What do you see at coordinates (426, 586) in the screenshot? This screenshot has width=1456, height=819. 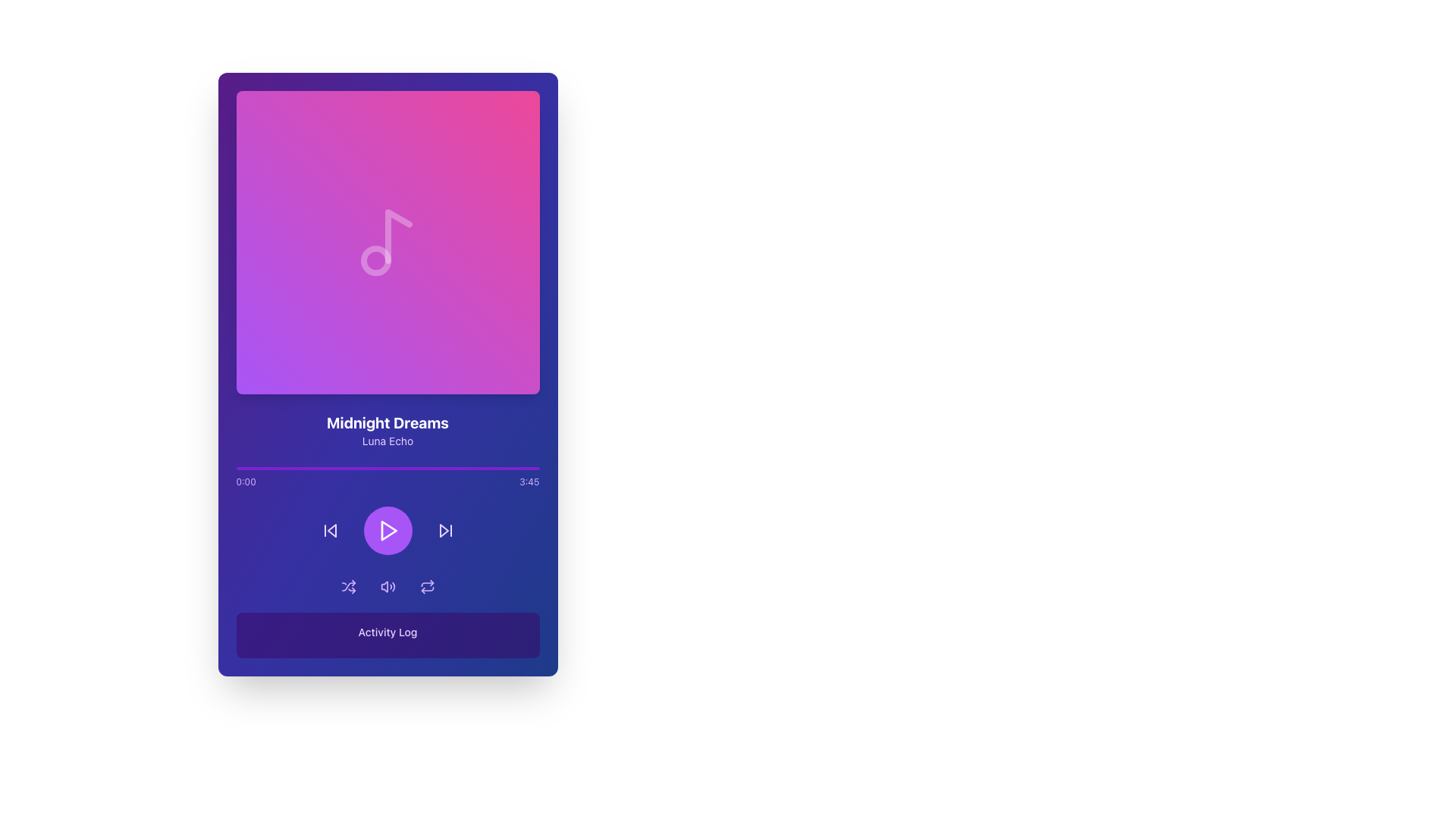 I see `the circular repeat/refresh icon button at the far-right end of the button row to observe the styling change` at bounding box center [426, 586].